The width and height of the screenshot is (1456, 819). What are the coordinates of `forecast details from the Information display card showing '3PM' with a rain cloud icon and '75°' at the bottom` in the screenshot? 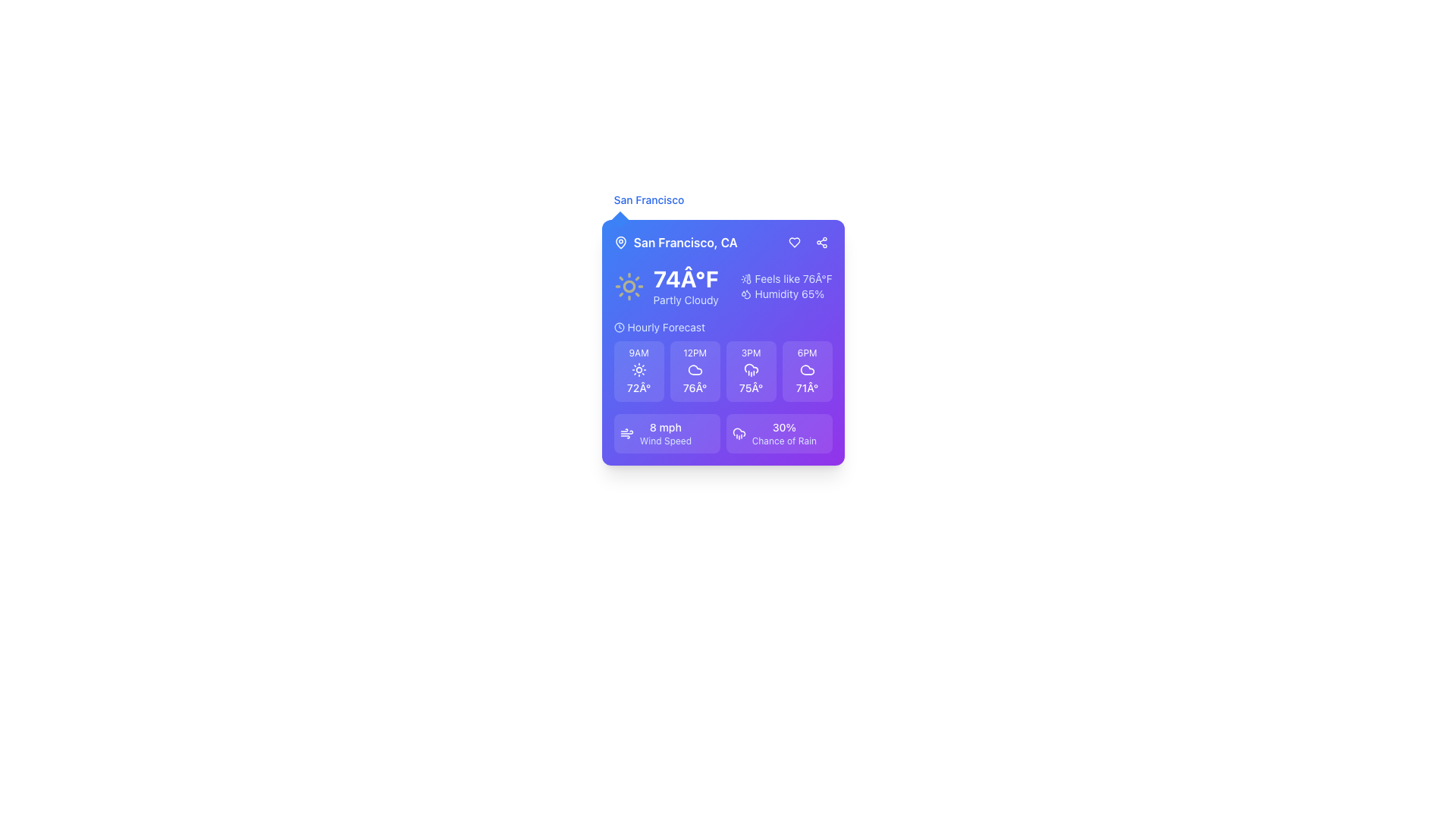 It's located at (751, 371).